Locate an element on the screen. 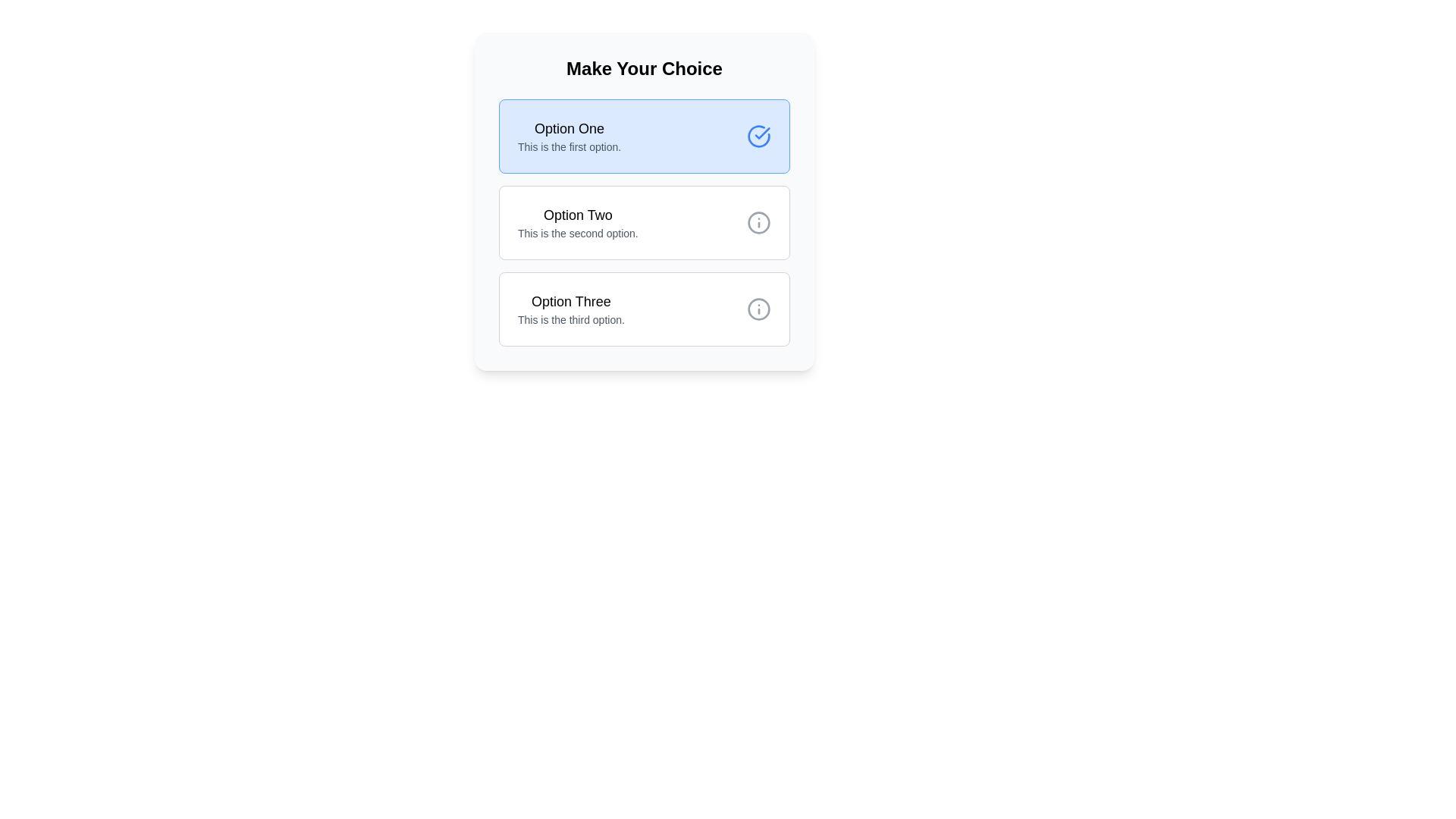 The height and width of the screenshot is (819, 1456). the second selectable option in the 'Make Your Choice' list is located at coordinates (577, 222).